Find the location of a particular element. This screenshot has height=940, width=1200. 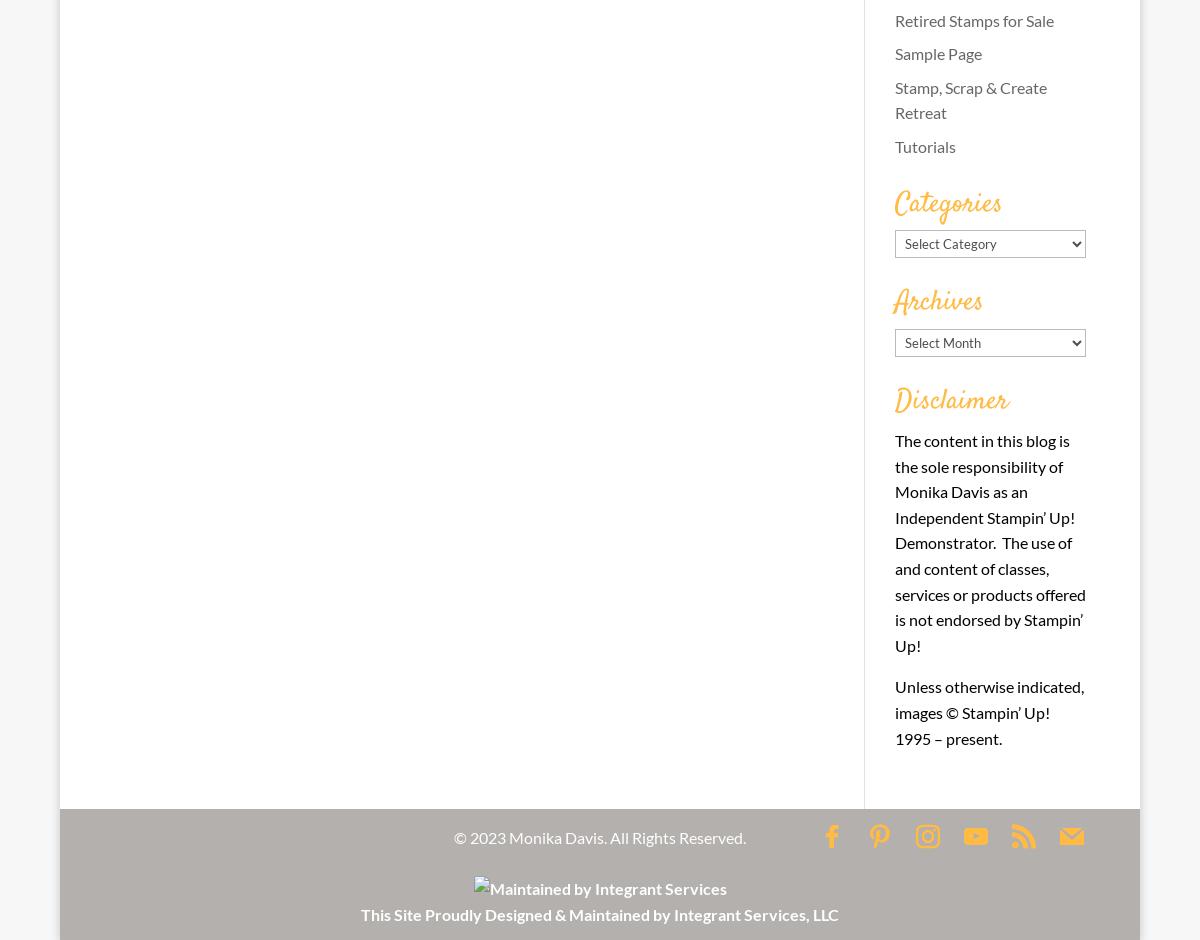

'Categories' is located at coordinates (893, 202).